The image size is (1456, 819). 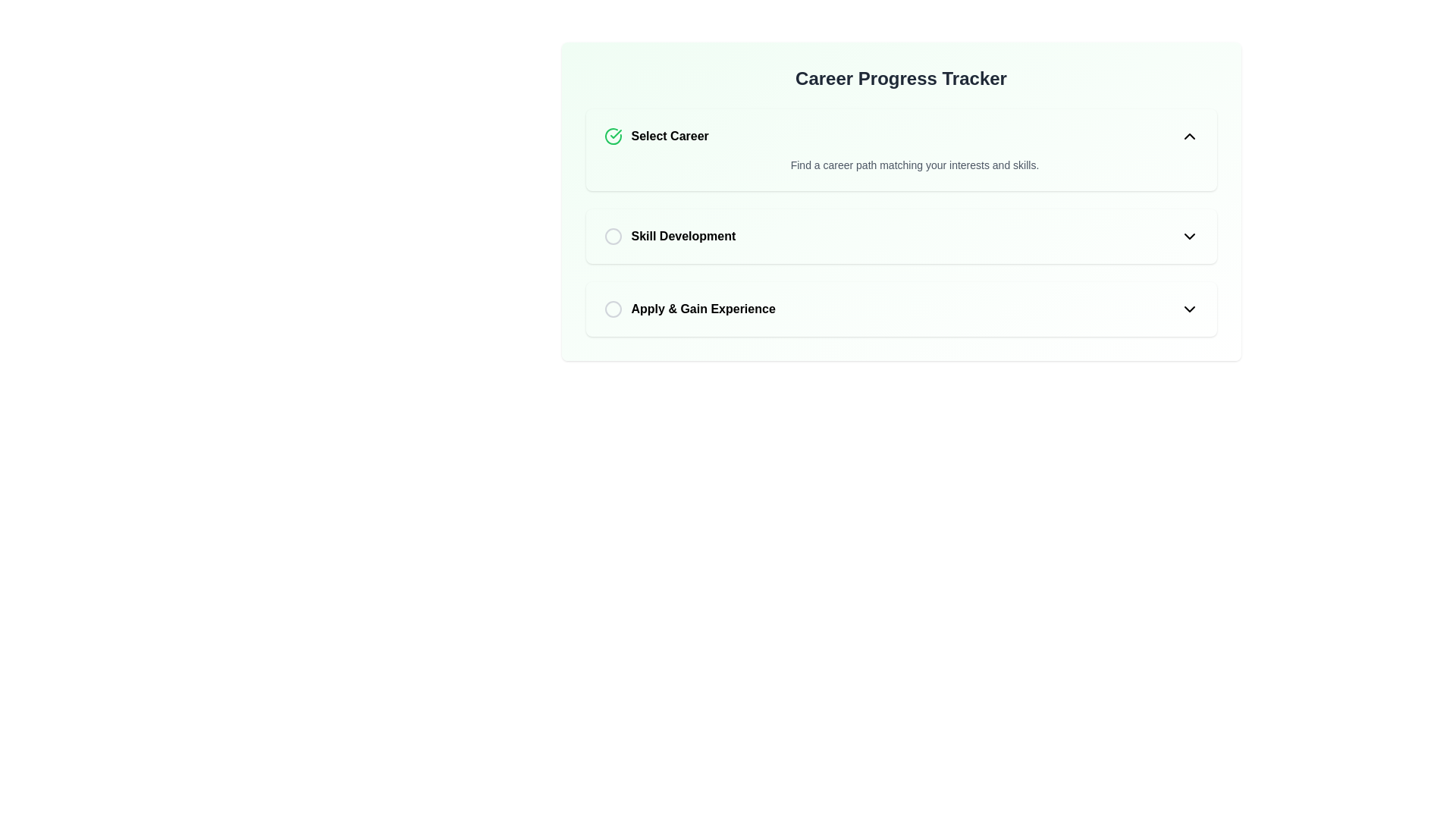 I want to click on the status indicator styled as a circle for the 'Skill Development' step, which is currently inactive or unselected, so click(x=613, y=237).